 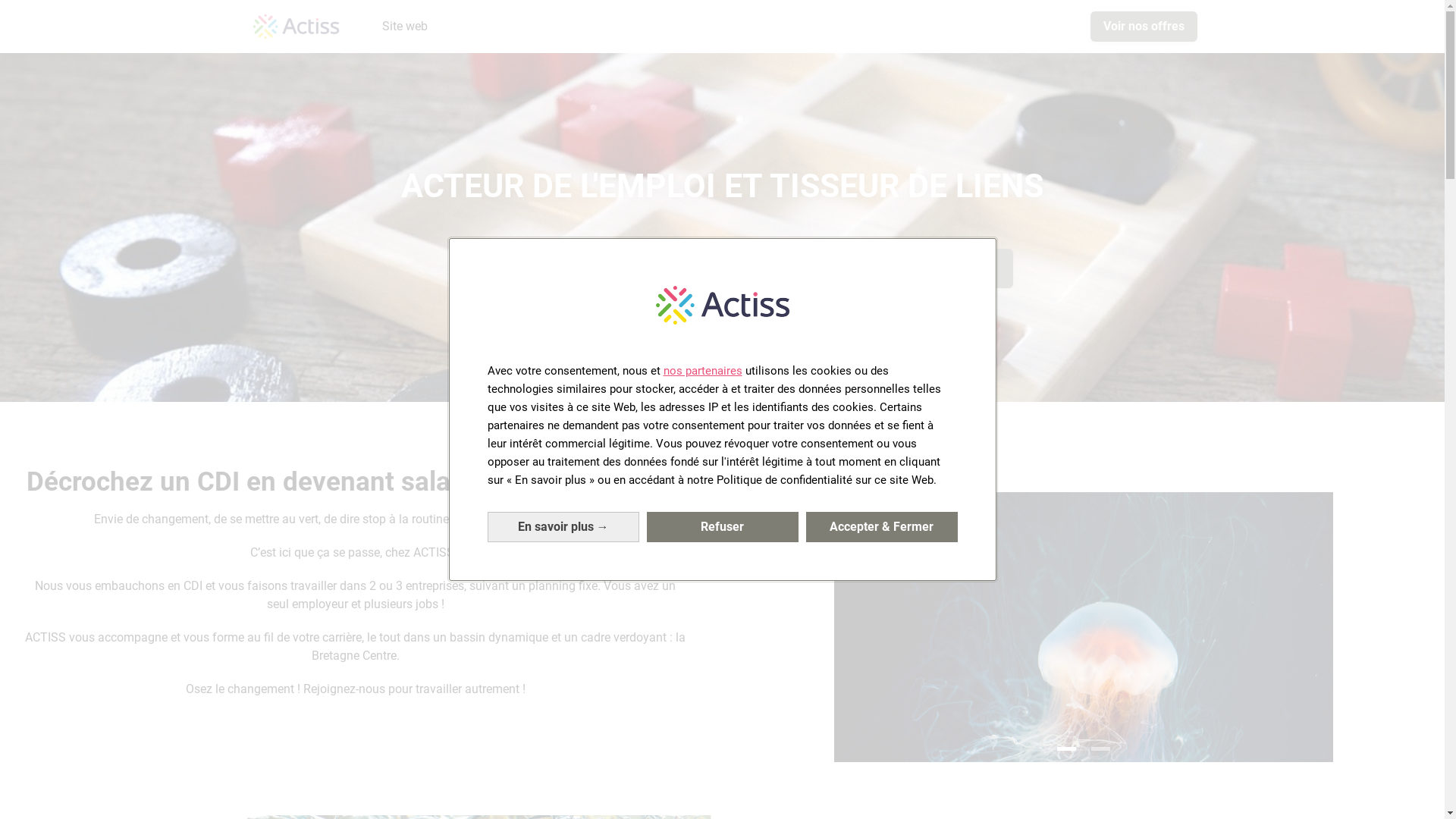 I want to click on 'Accepter & Fermer', so click(x=804, y=526).